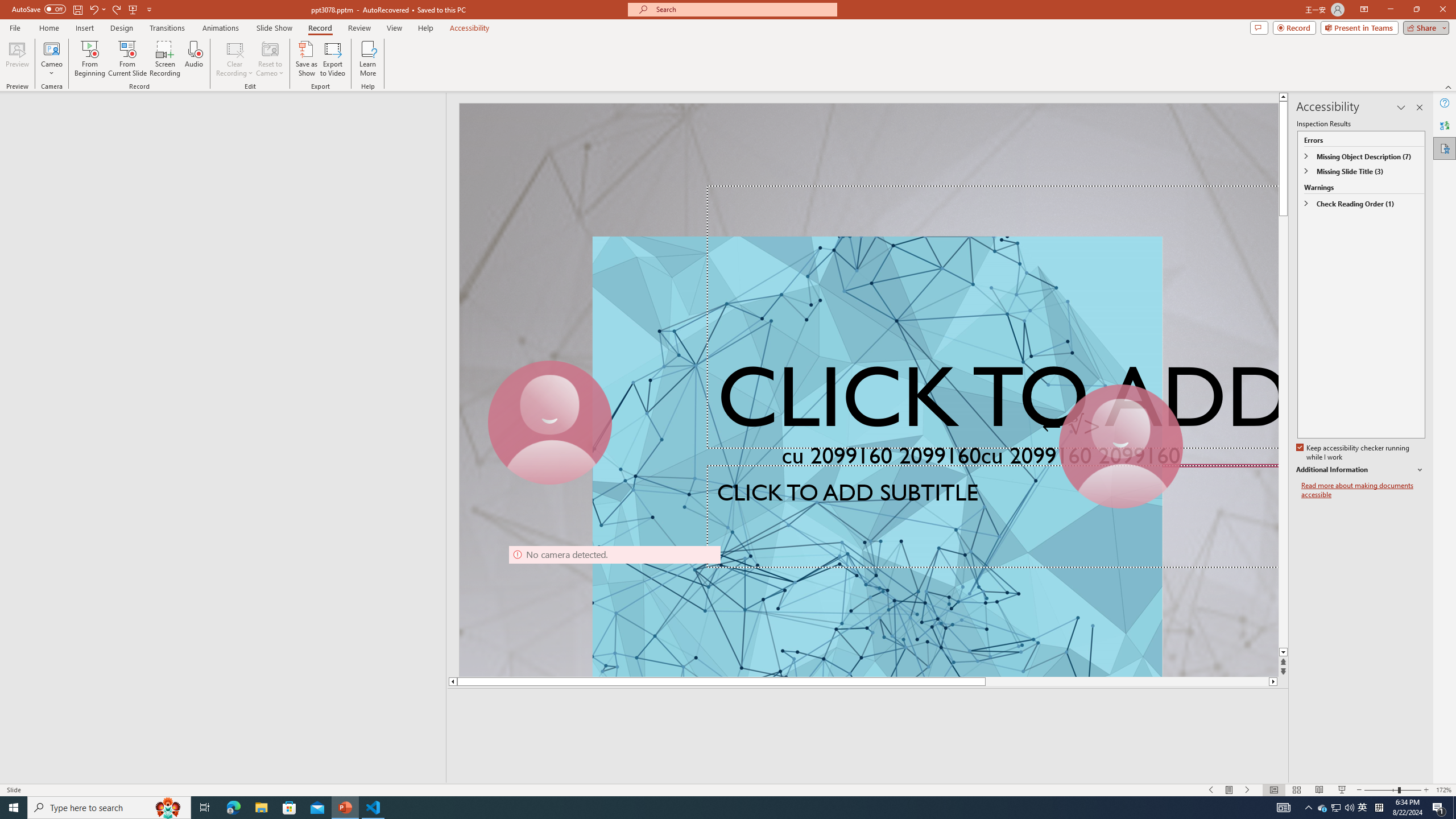  What do you see at coordinates (368, 59) in the screenshot?
I see `'Learn More'` at bounding box center [368, 59].